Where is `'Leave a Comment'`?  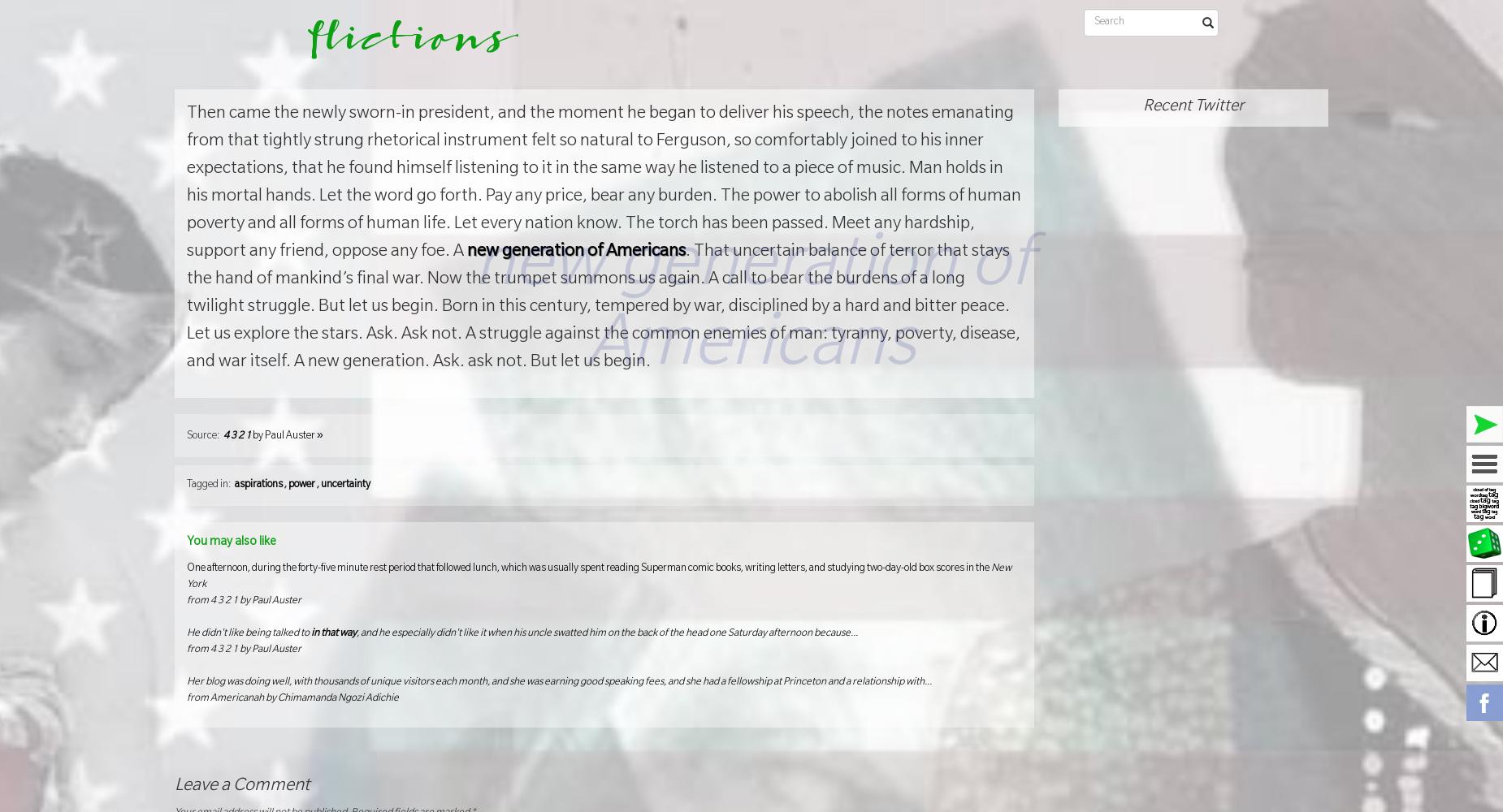
'Leave a Comment' is located at coordinates (241, 785).